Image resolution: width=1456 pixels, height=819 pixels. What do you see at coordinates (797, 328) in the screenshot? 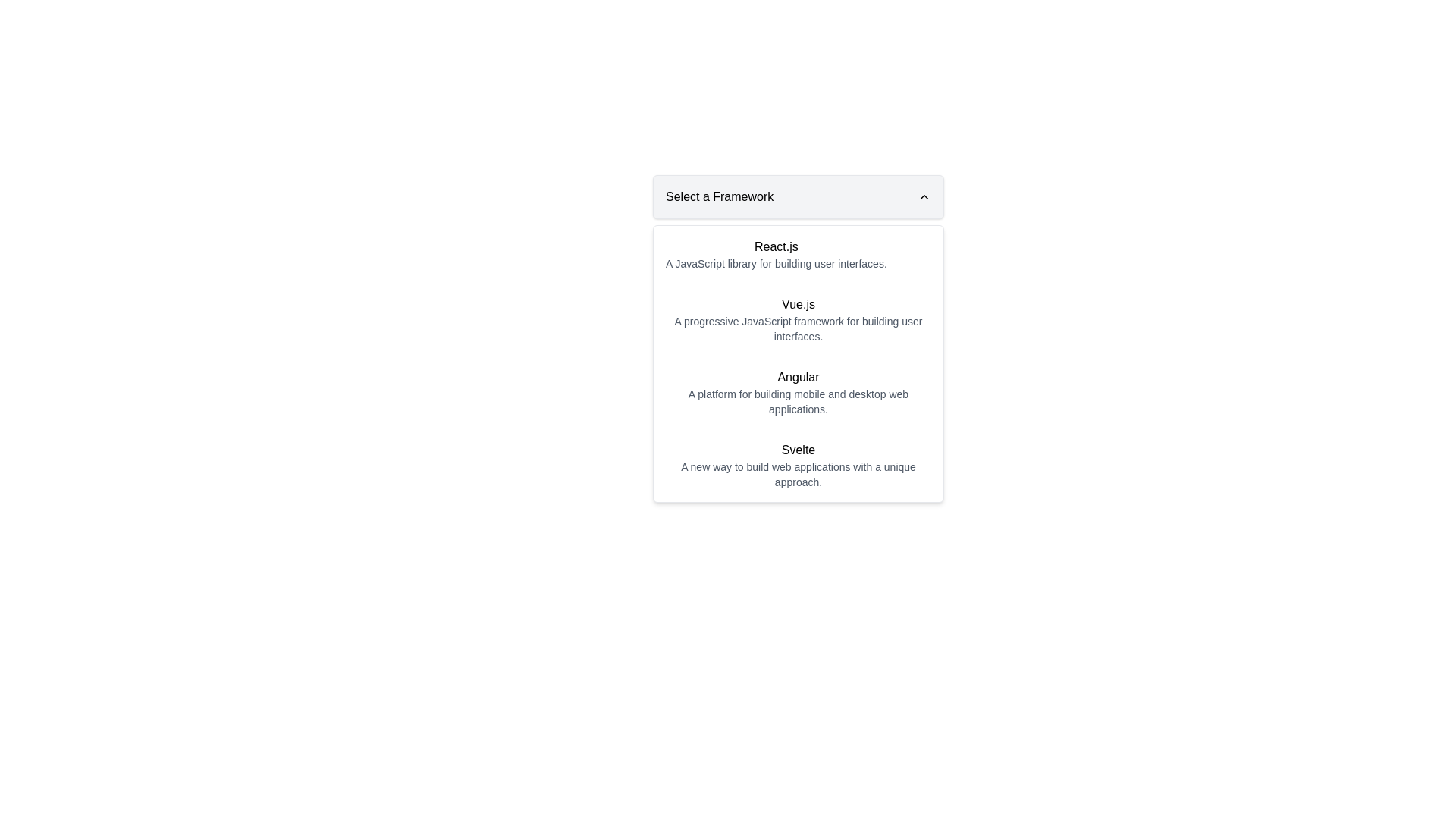
I see `the text element displaying 'A progressive JavaScript framework for building user interfaces.' which is positioned below 'Vue.js' in the dropdown menu titled 'Select a Framework'` at bounding box center [797, 328].